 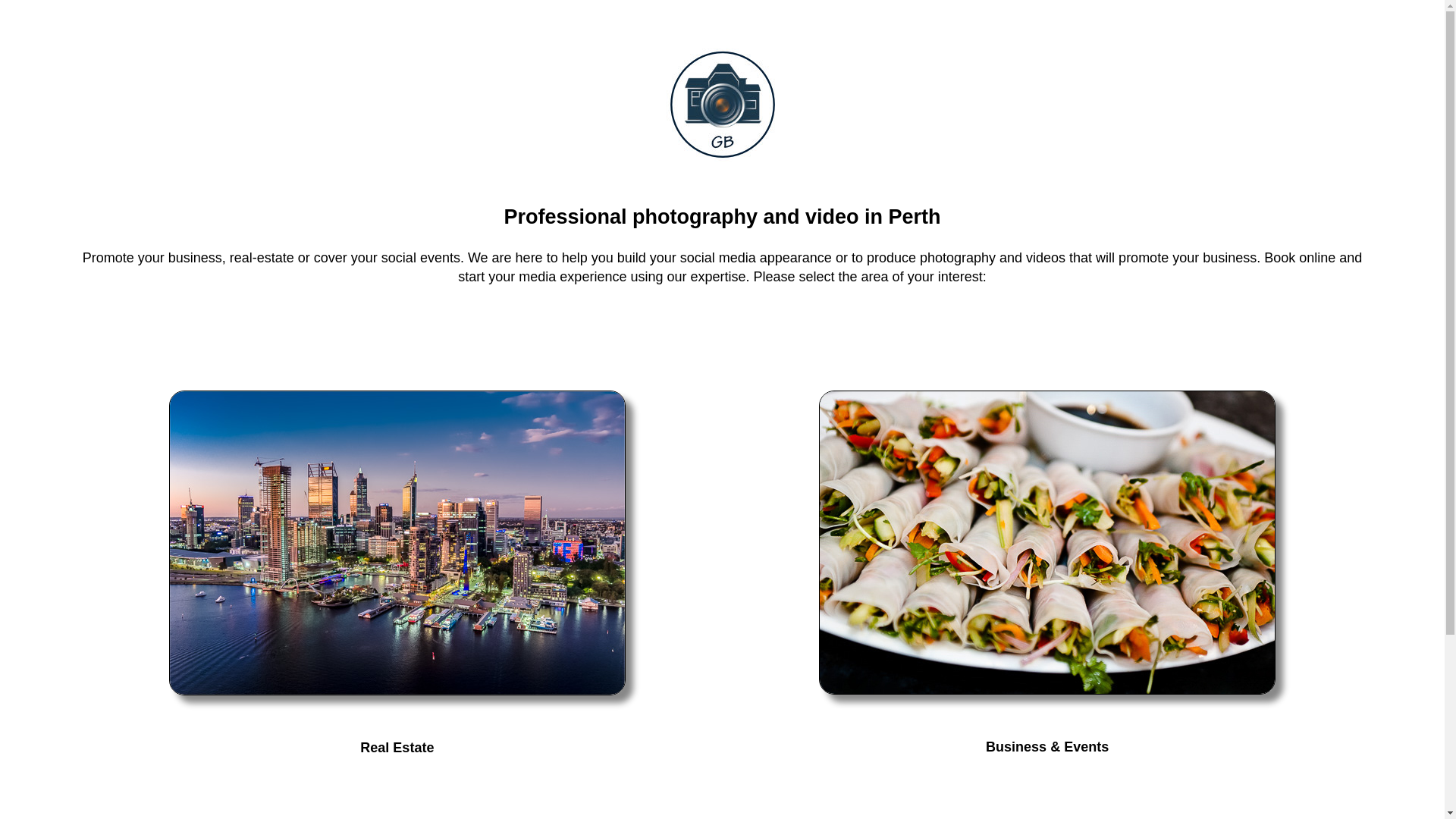 What do you see at coordinates (397, 542) in the screenshot?
I see `'Real Estate professional photography and video'` at bounding box center [397, 542].